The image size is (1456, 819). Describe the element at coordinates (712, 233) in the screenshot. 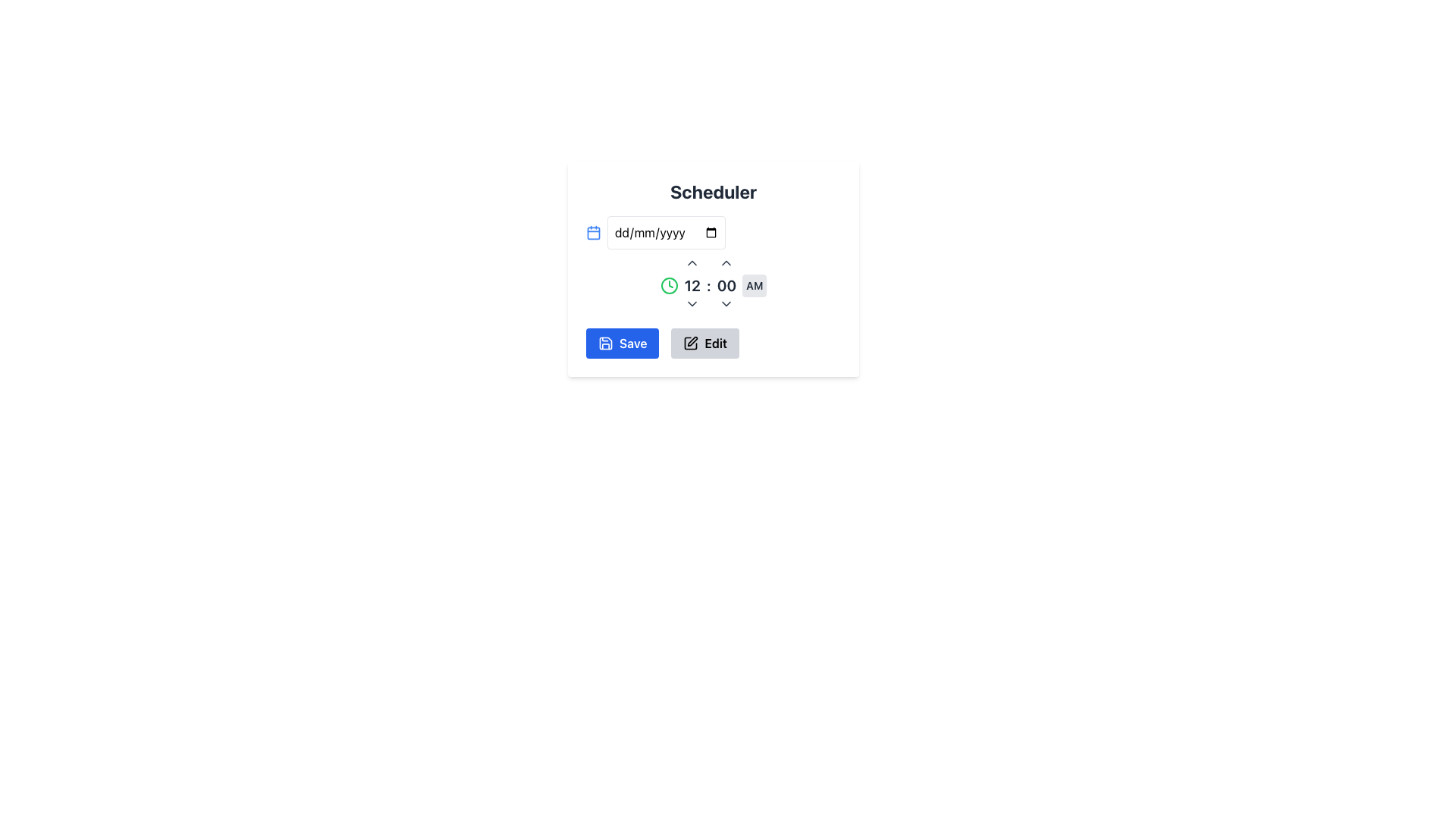

I see `a date via the calendar interface from the Input Field with Icon located in the 'Scheduler' section above the time selection row` at that location.